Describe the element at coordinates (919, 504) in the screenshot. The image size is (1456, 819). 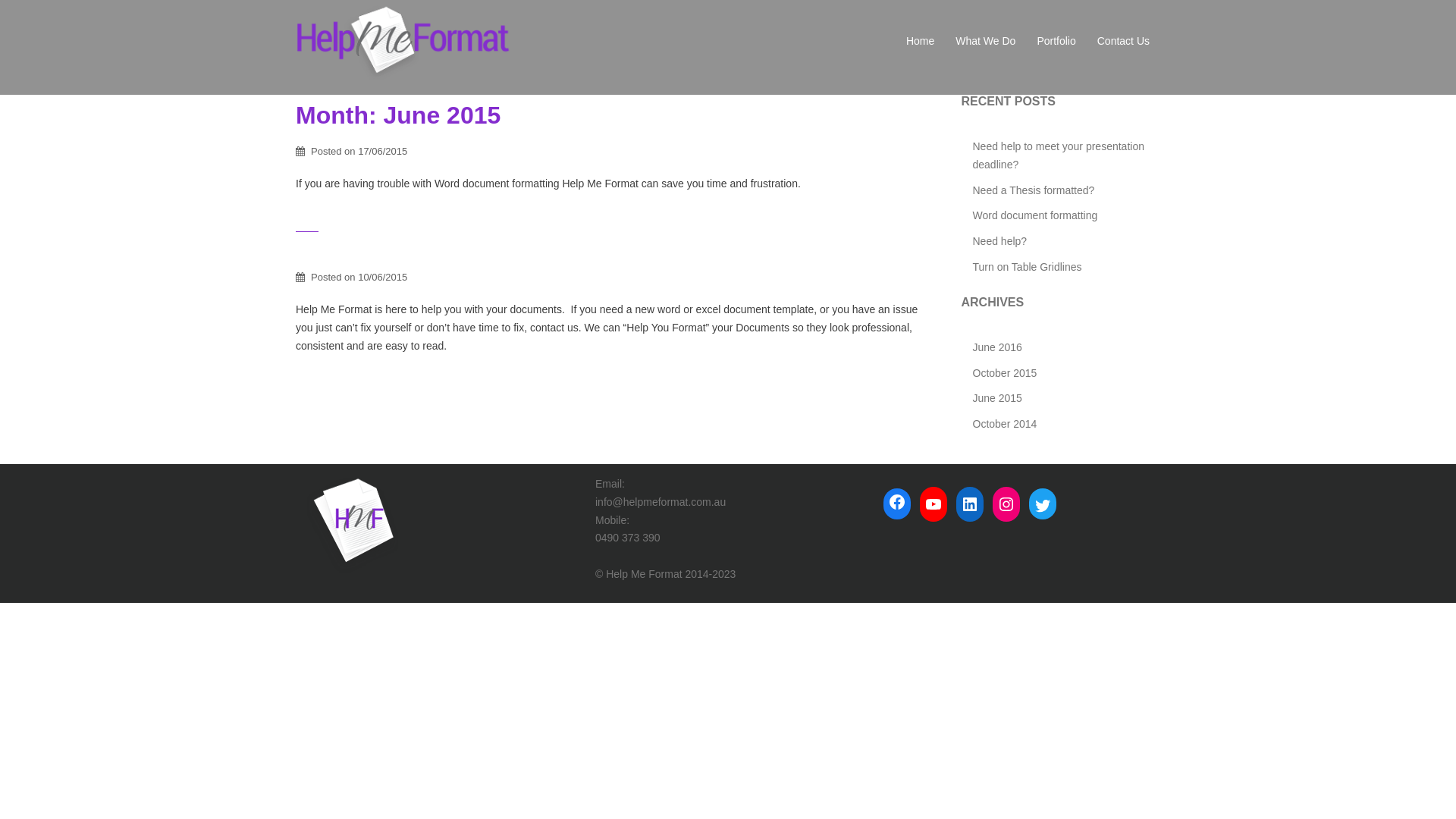
I see `'YouTube'` at that location.